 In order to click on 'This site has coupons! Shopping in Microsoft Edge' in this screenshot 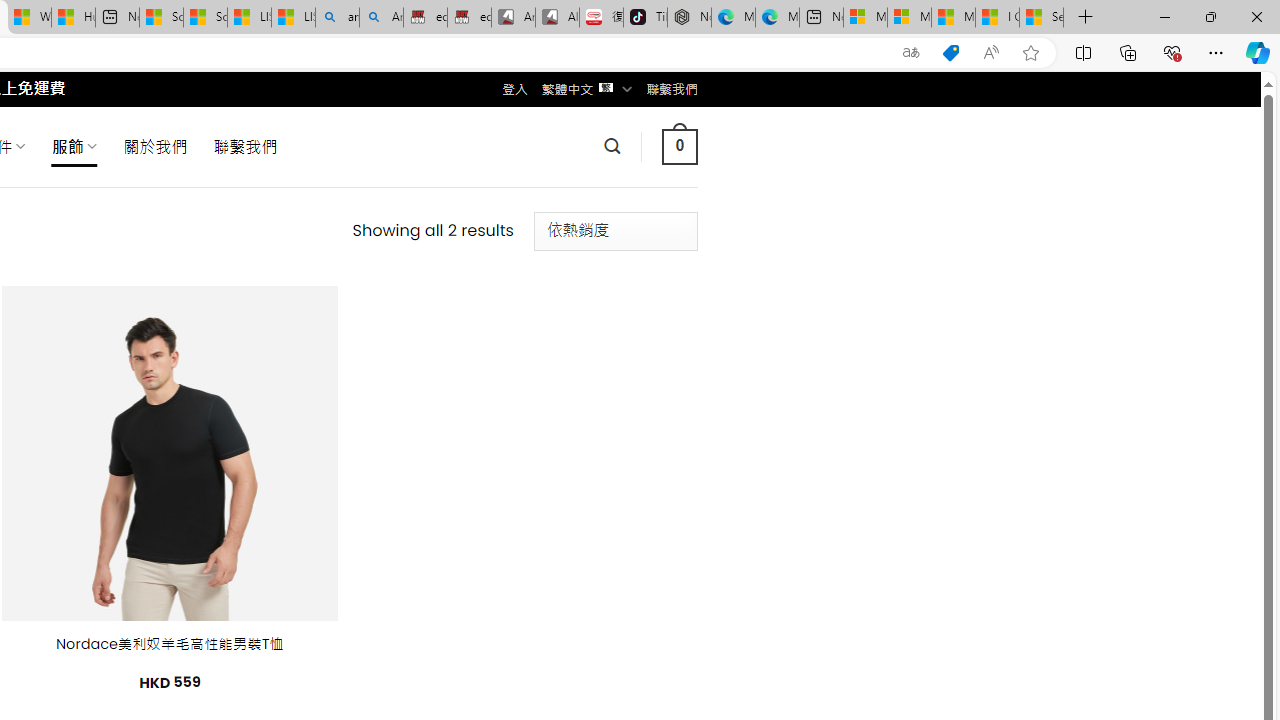, I will do `click(950, 52)`.